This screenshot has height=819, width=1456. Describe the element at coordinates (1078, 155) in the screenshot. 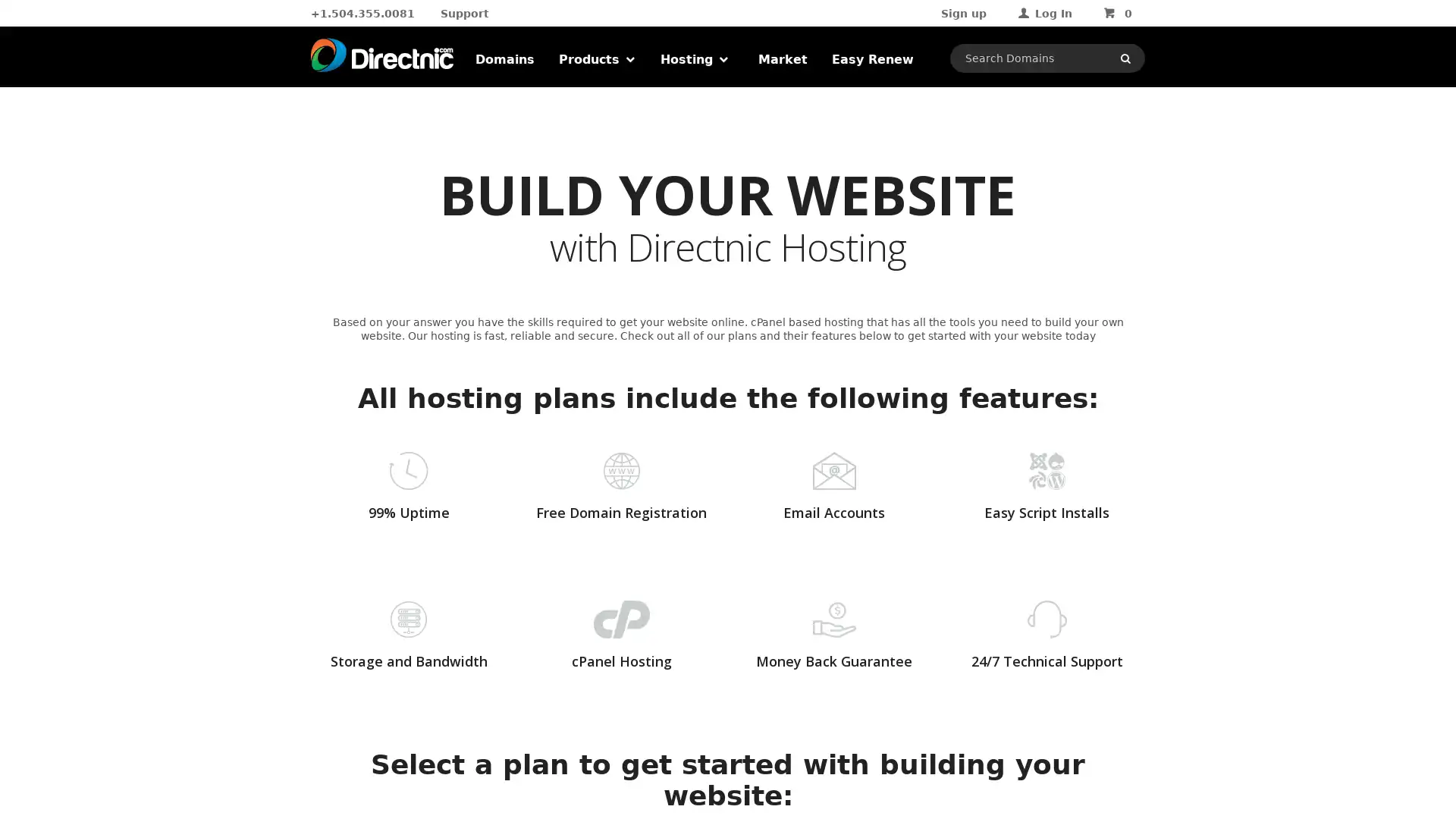

I see `LOGIN` at that location.